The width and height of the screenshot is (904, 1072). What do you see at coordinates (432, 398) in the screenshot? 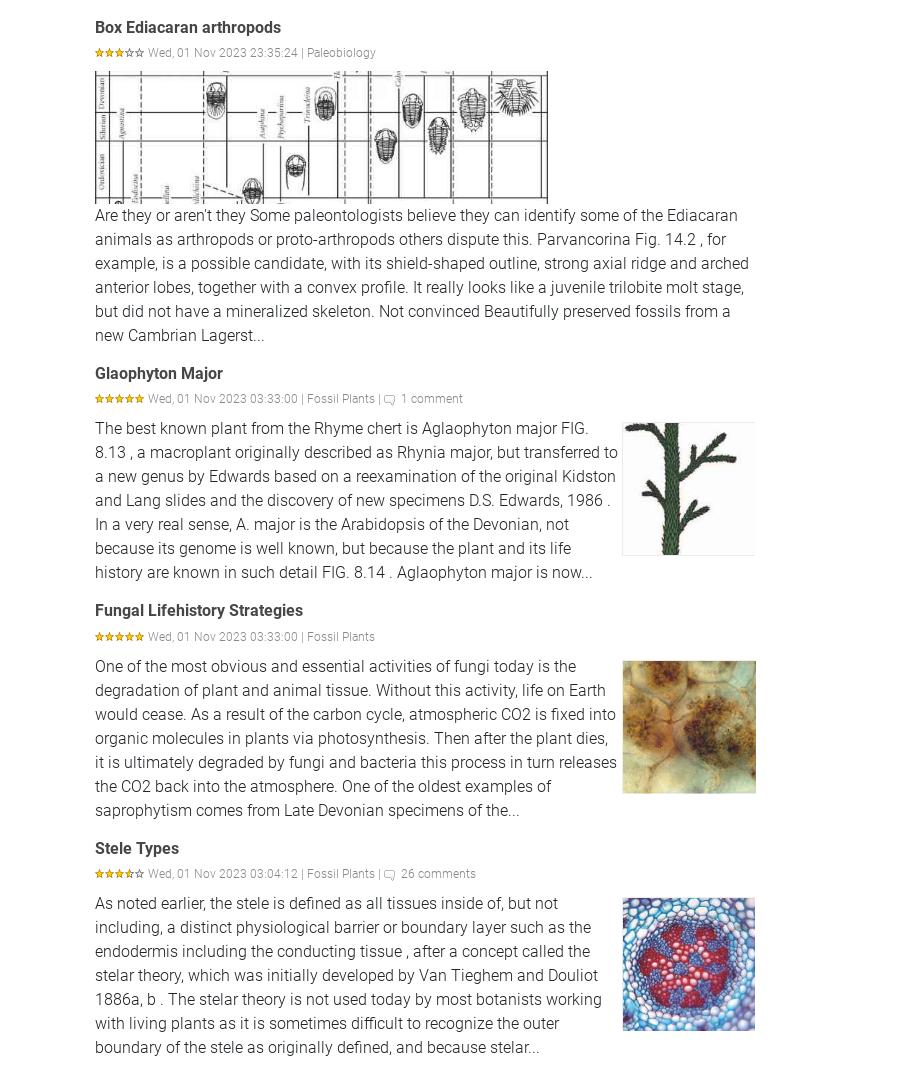
I see `'1 comment'` at bounding box center [432, 398].